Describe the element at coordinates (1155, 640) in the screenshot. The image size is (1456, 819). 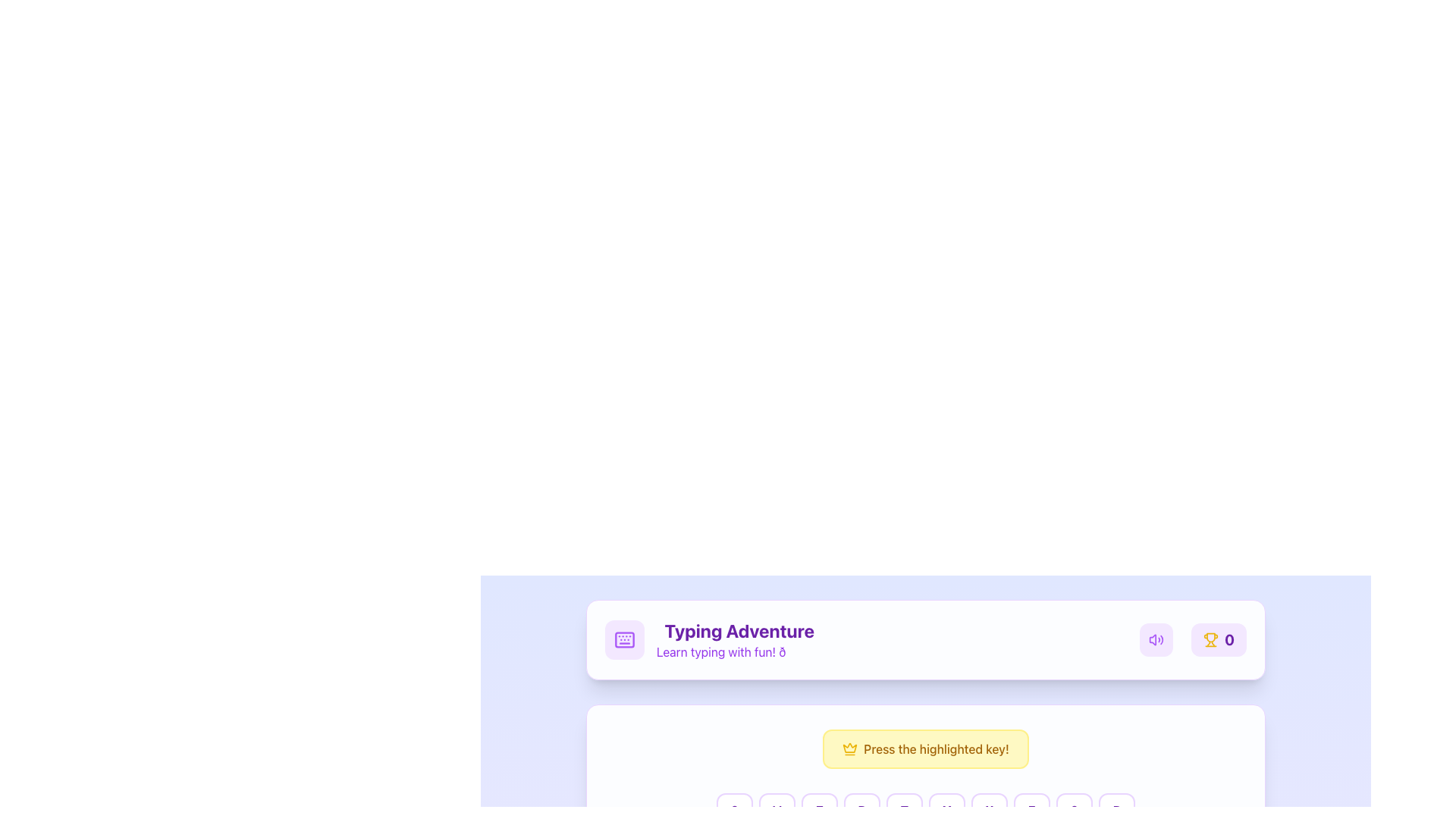
I see `the circular purple icon button representing a speaker with sound waves` at that location.